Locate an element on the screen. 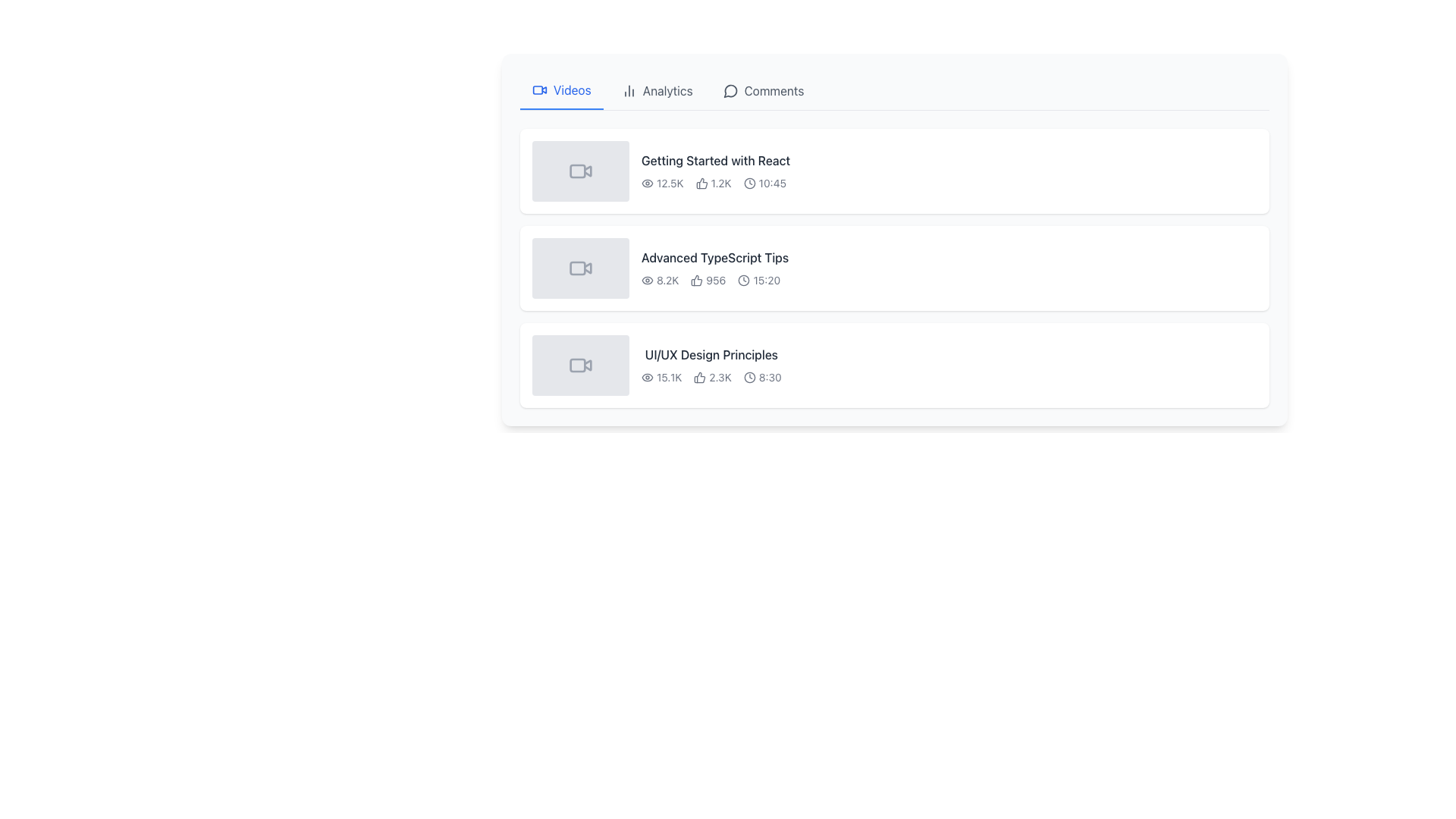 The image size is (1456, 819). the text label that says 'Getting Started with React', which is styled with a medium-weight font and dark gray color, located at the top of the subsection in the list of video details is located at coordinates (715, 161).